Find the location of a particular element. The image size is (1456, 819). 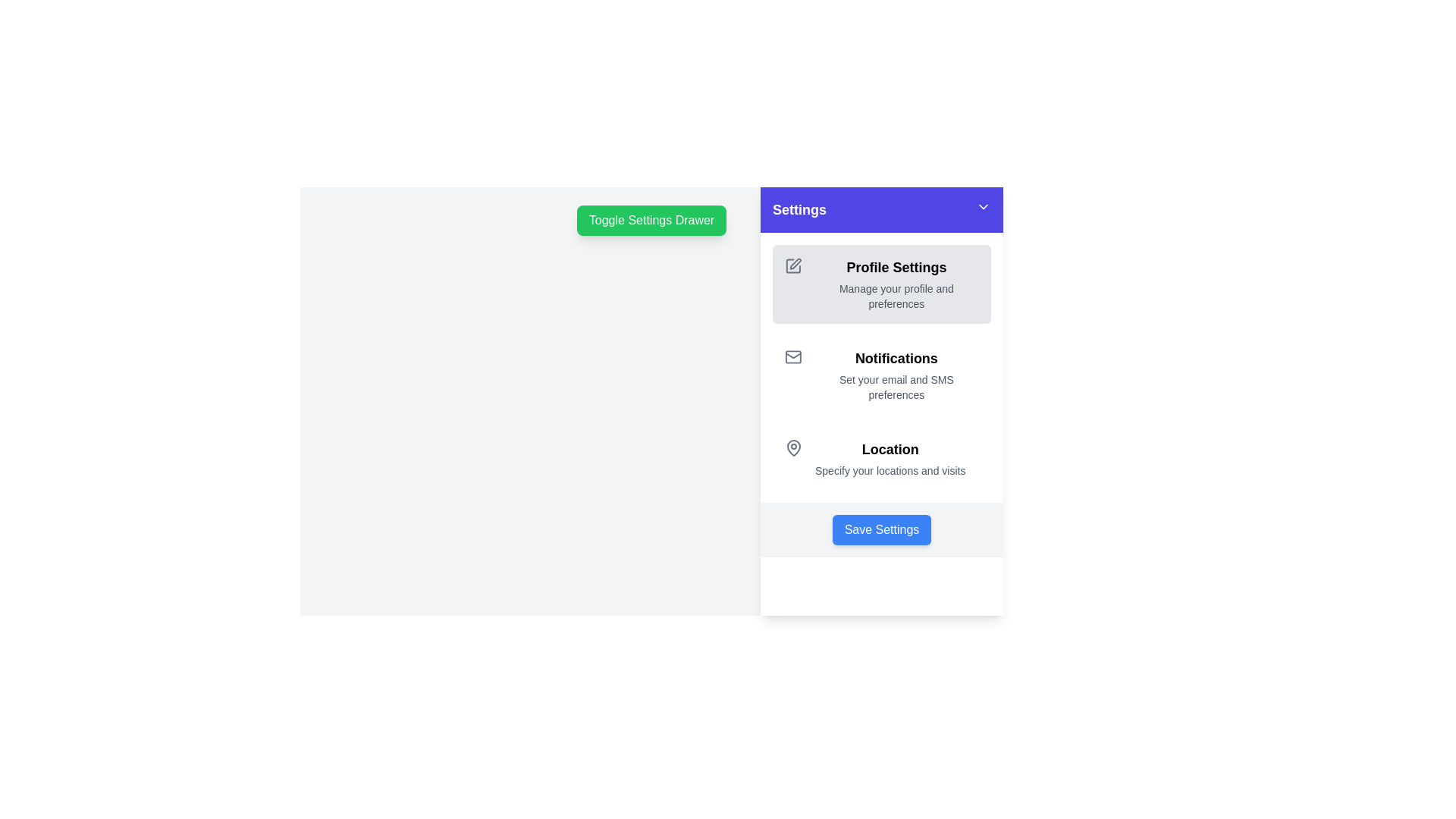

the explanatory text description located below the 'Notifications' heading in the settings panel, which provides additional information about notification options is located at coordinates (896, 386).